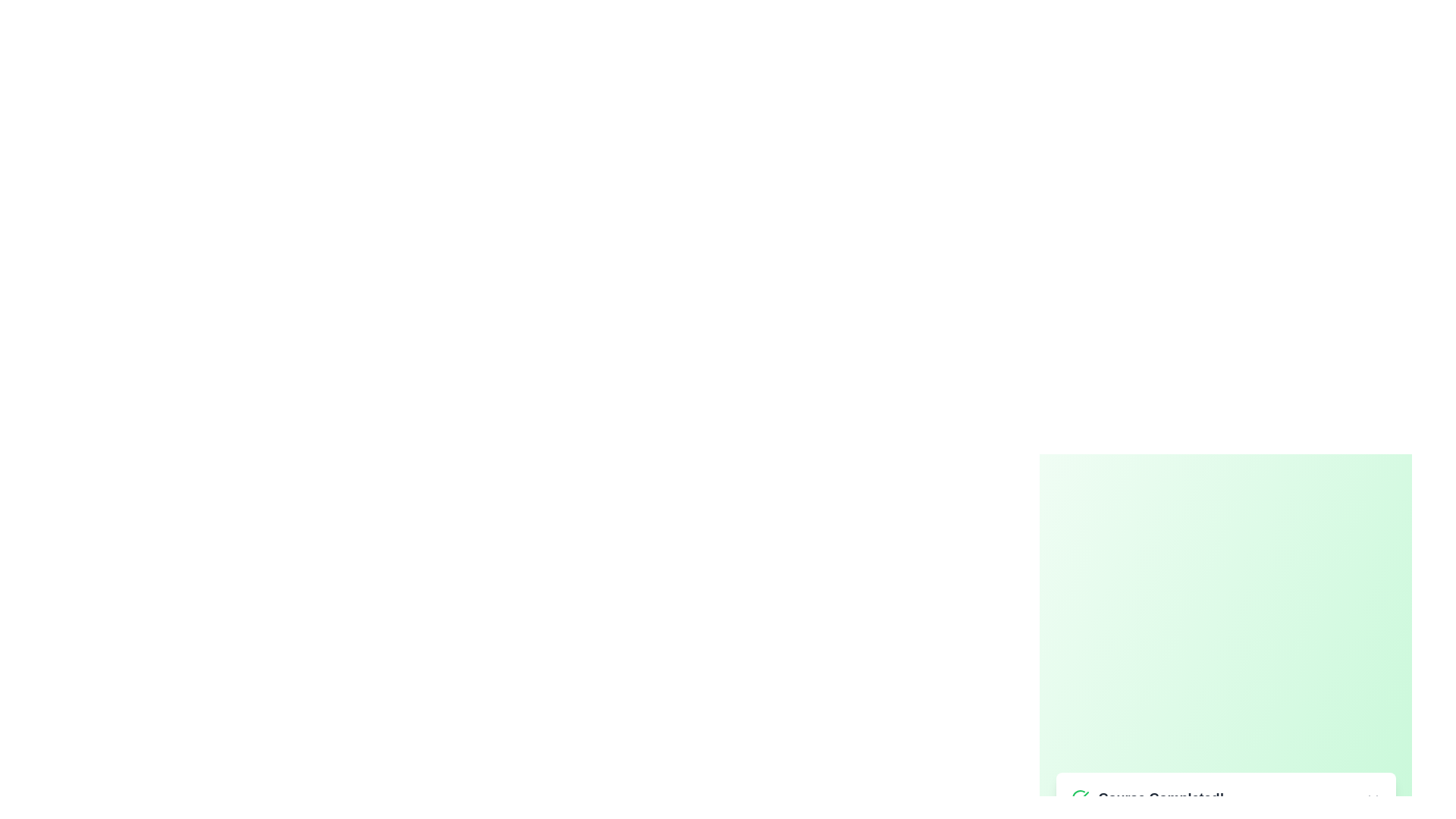 The height and width of the screenshot is (819, 1456). I want to click on the close button to dismiss the alert, so click(1373, 799).